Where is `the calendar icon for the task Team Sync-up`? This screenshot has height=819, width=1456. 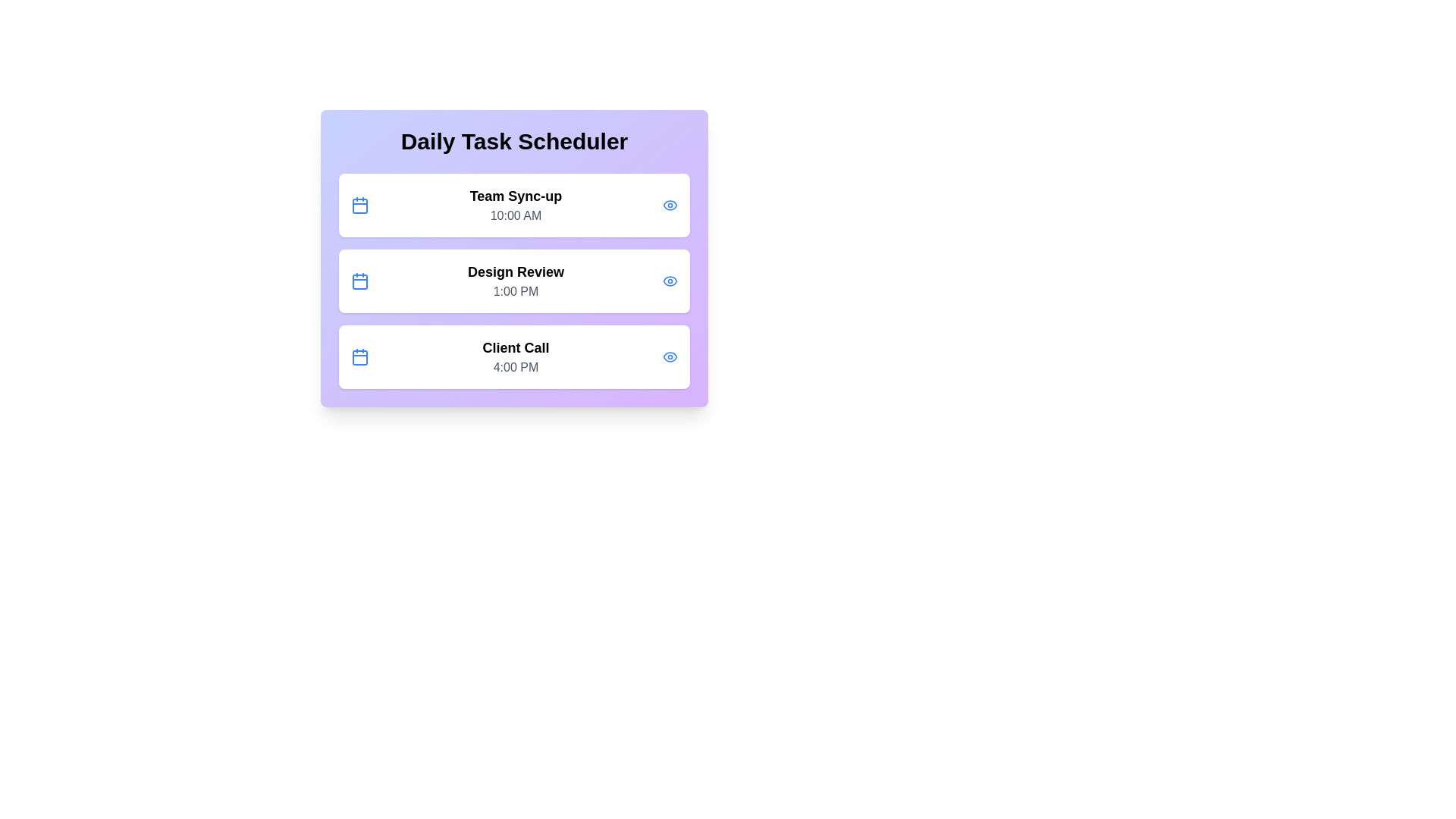 the calendar icon for the task Team Sync-up is located at coordinates (359, 205).